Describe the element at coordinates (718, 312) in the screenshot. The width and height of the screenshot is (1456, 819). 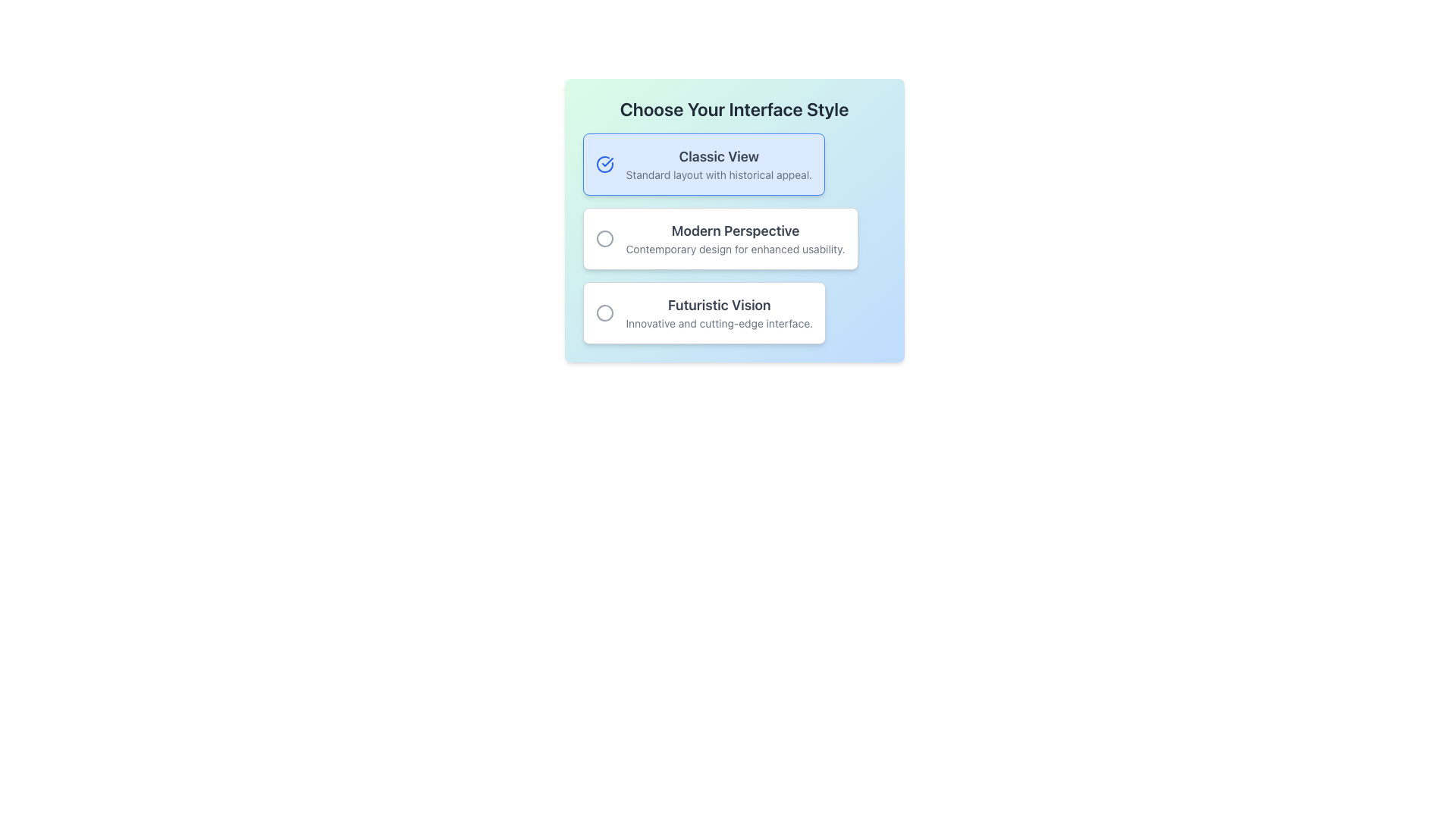
I see `text of the third option label in the 'Choose Your Interface Style' selection, which is positioned beneath the 'Modern Perspective' option` at that location.